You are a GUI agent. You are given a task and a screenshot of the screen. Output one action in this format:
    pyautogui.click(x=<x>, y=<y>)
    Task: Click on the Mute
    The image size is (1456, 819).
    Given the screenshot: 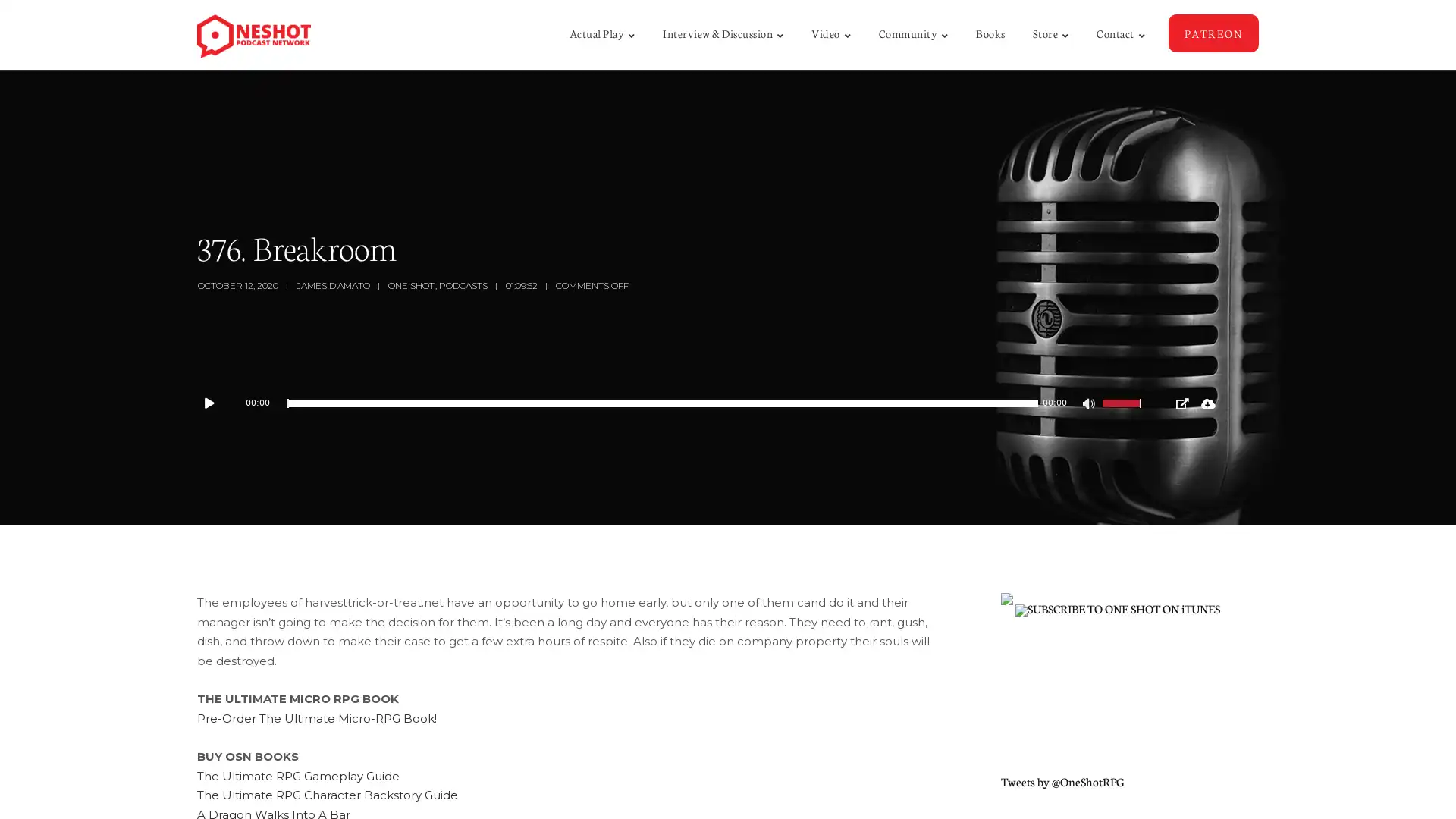 What is the action you would take?
    pyautogui.click(x=1090, y=405)
    